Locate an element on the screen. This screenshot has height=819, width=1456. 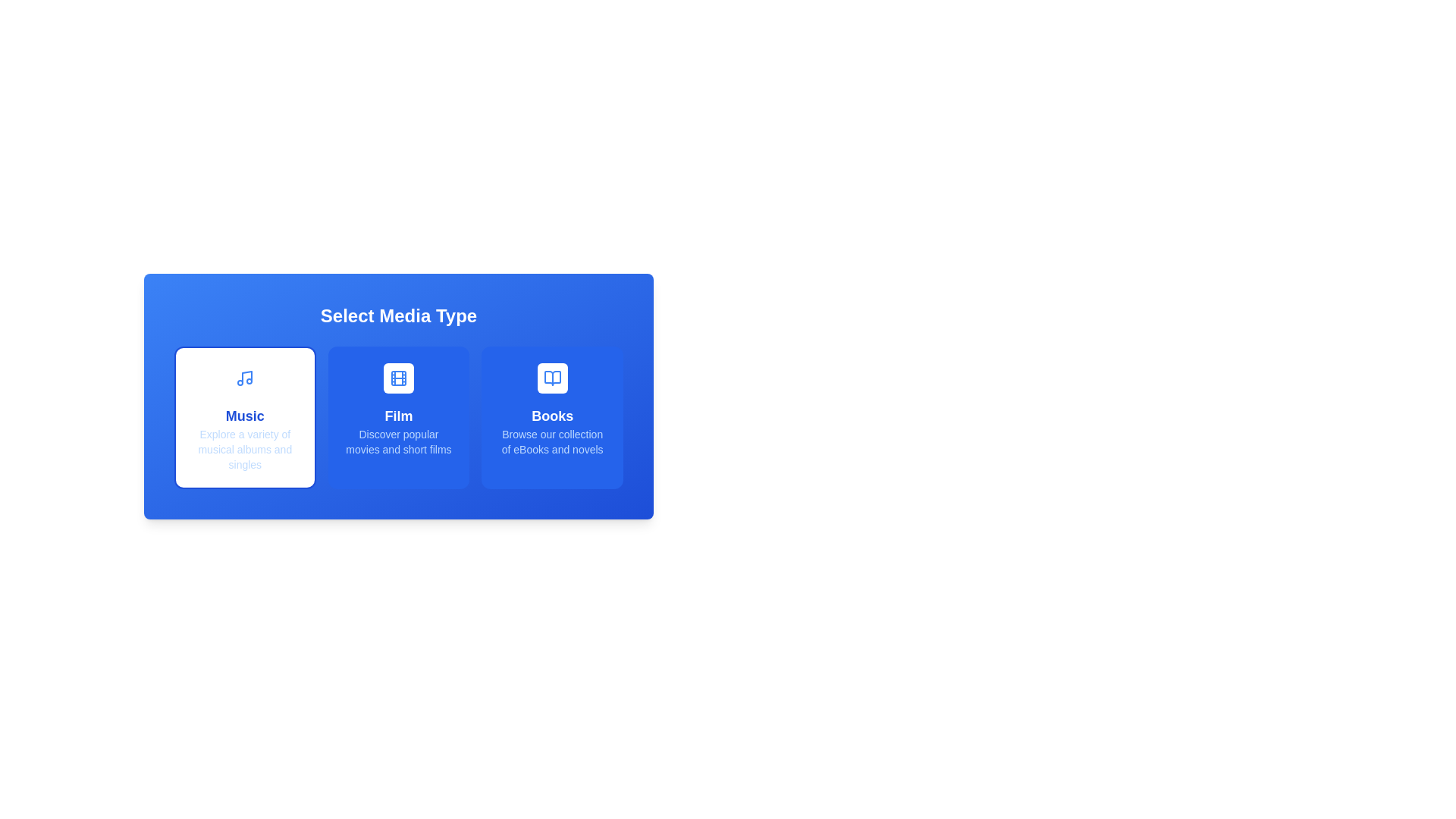
the descriptive text element located within the 'Books' card, which provides additional context about the 'Books' category is located at coordinates (551, 441).